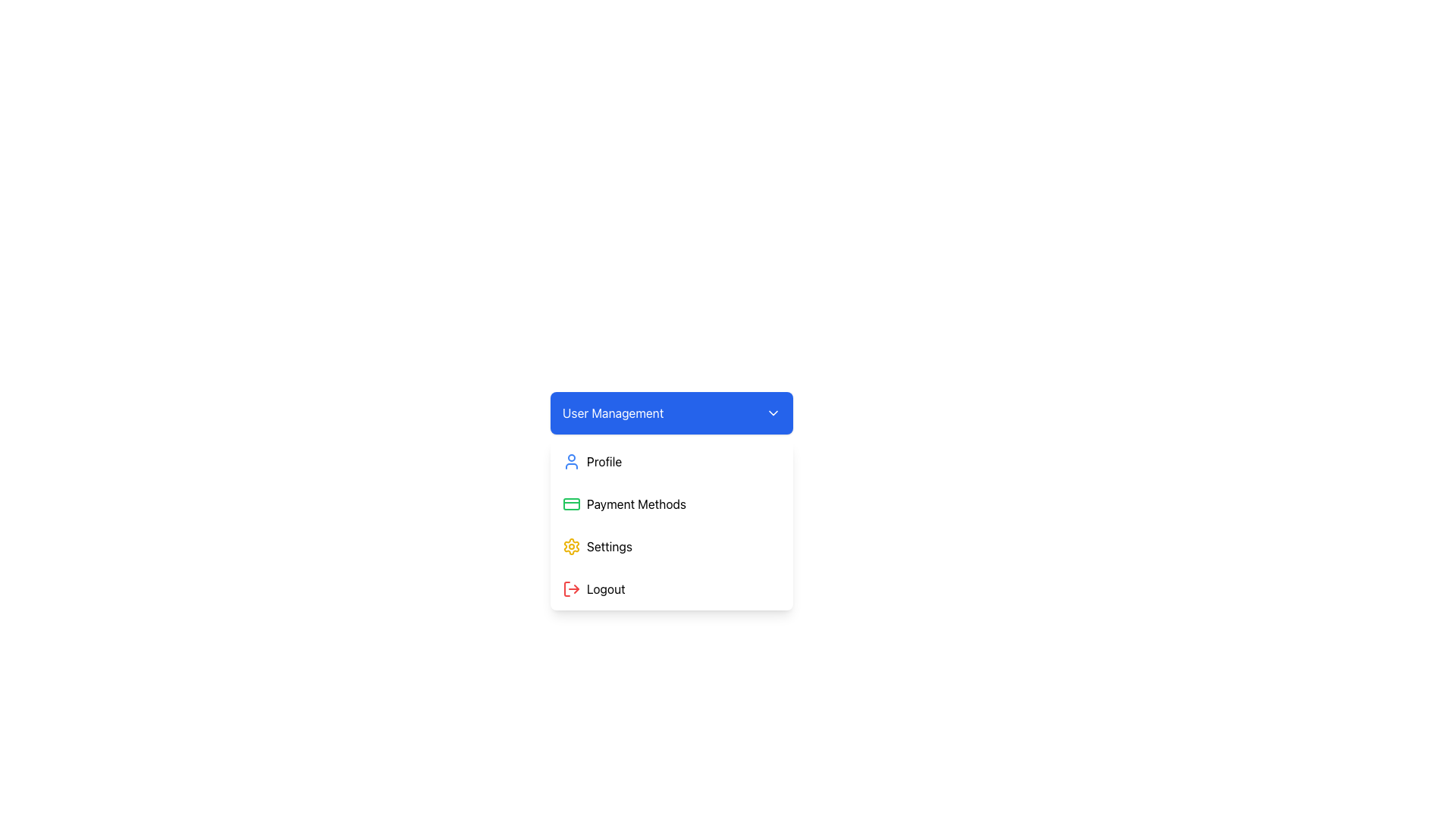 The image size is (1456, 819). Describe the element at coordinates (570, 461) in the screenshot. I see `the 'Profile' menu item icon located in the 'User Management' dropdown menu` at that location.